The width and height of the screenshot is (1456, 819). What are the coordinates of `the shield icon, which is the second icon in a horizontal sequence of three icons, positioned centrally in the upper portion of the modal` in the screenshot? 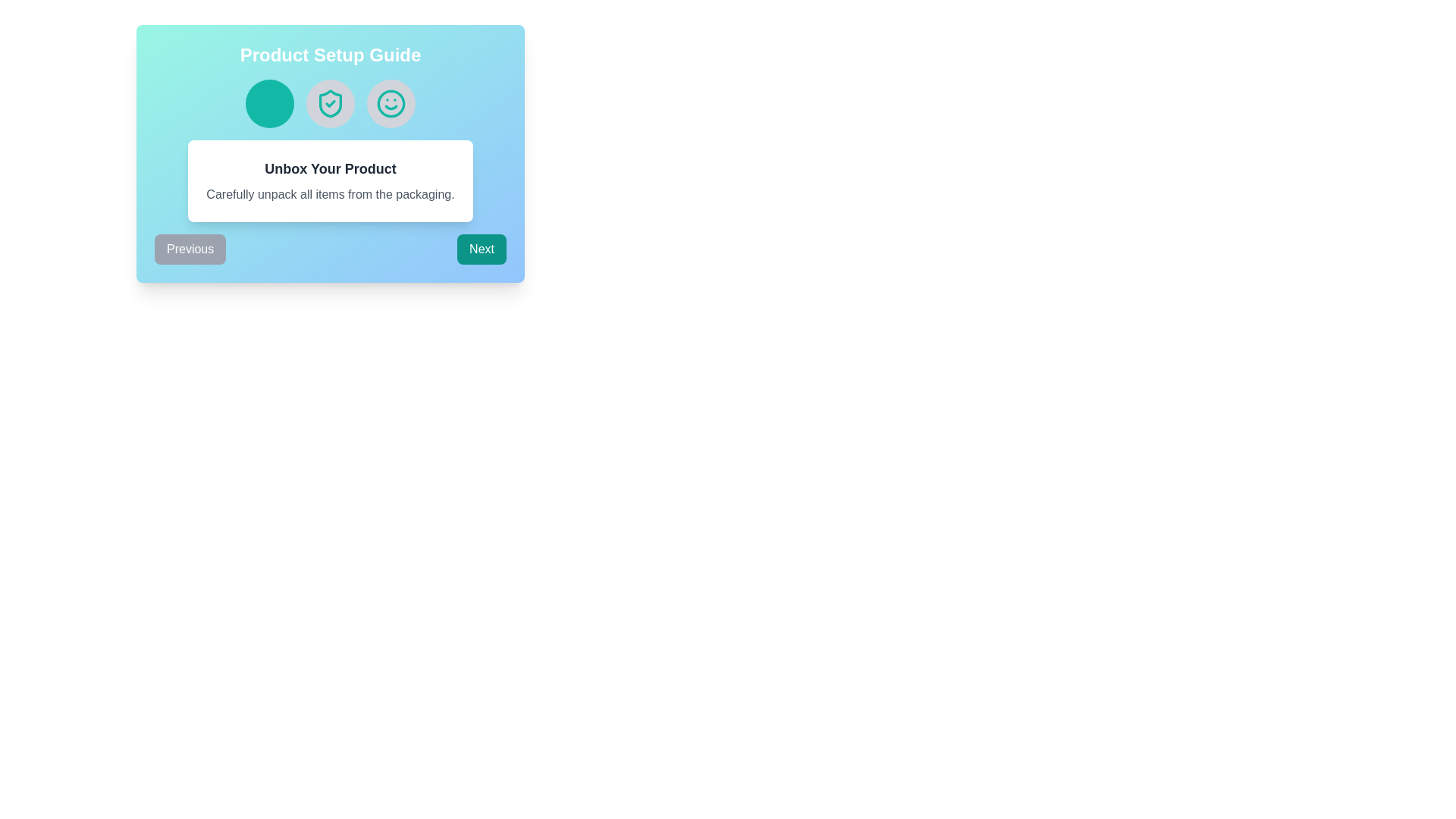 It's located at (330, 103).